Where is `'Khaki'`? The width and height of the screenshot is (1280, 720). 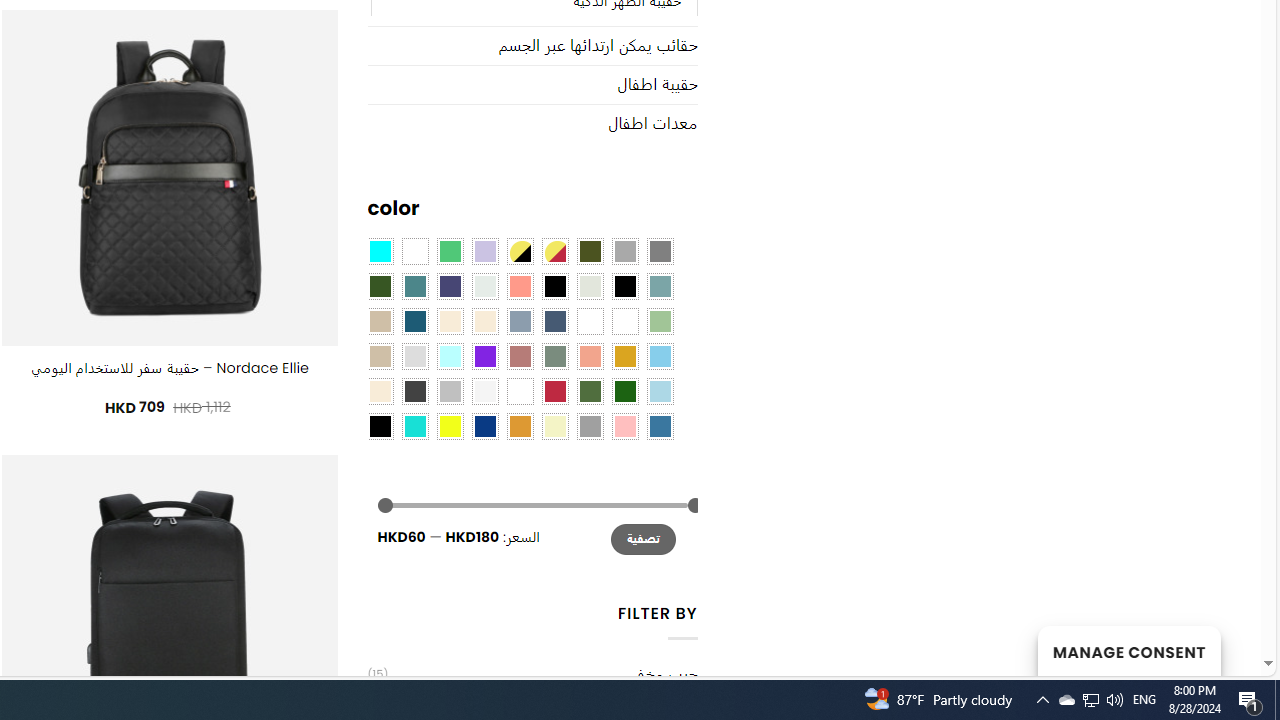 'Khaki' is located at coordinates (623, 320).